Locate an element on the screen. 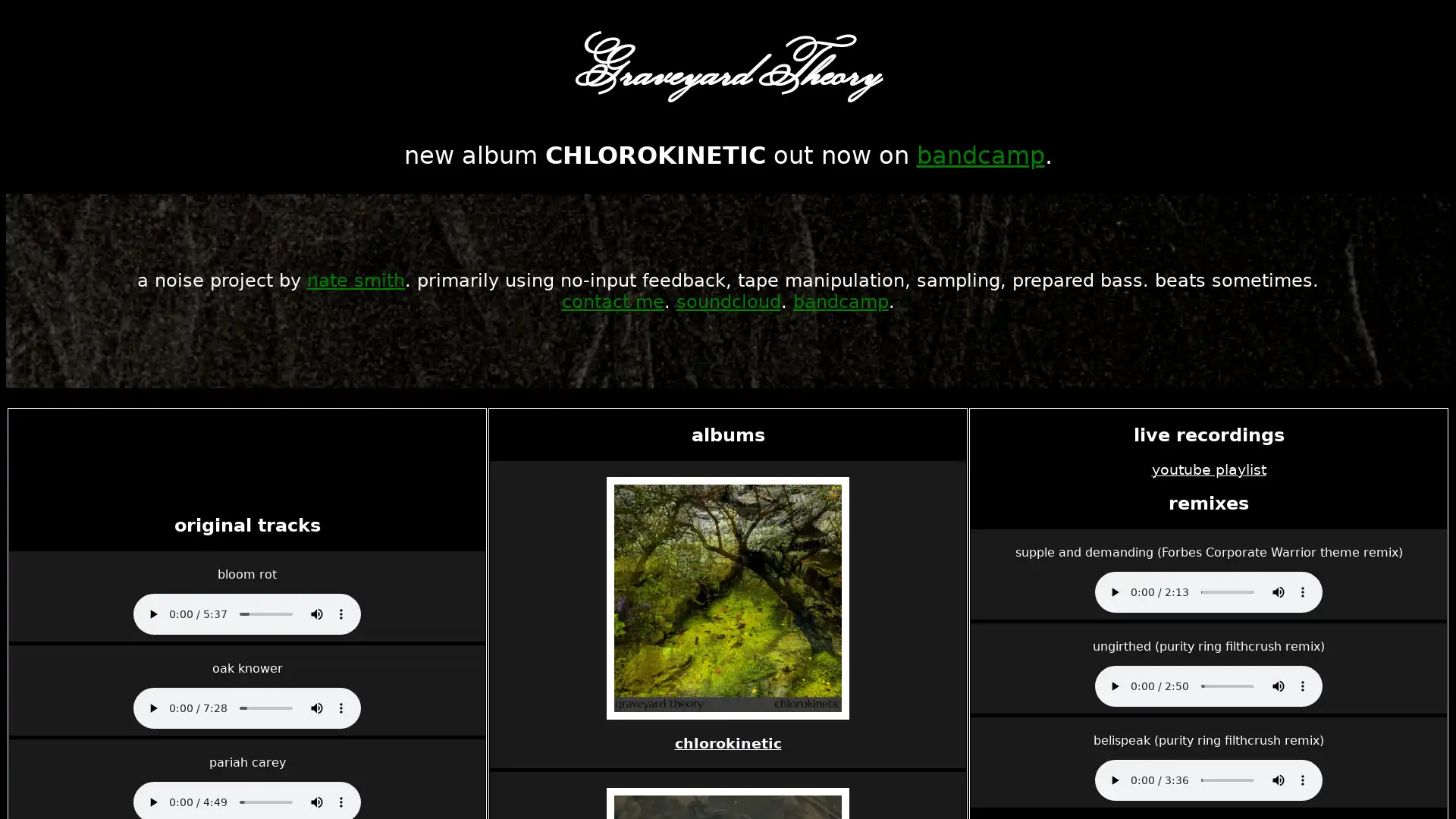  mute is located at coordinates (315, 613).